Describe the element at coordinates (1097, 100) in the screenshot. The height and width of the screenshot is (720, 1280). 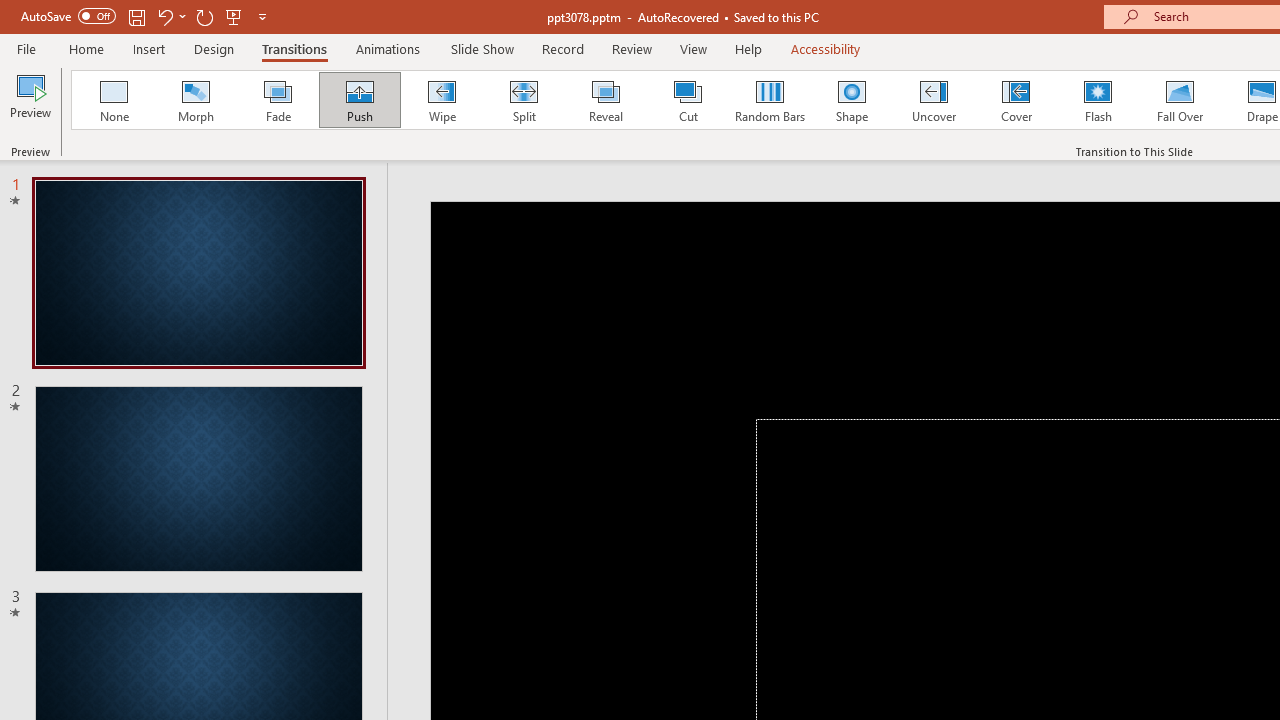
I see `'Flash'` at that location.